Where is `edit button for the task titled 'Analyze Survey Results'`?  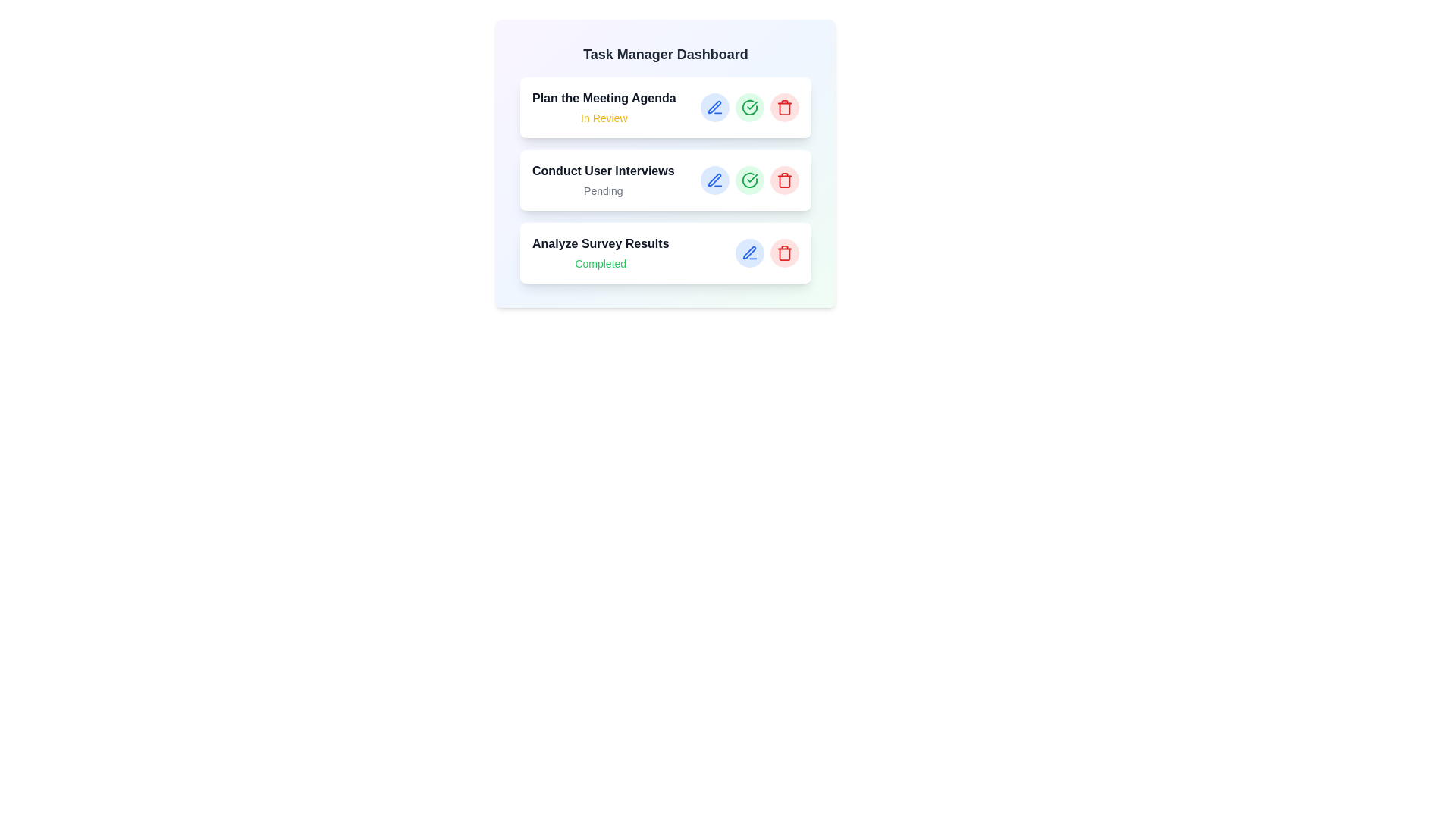
edit button for the task titled 'Analyze Survey Results' is located at coordinates (749, 253).